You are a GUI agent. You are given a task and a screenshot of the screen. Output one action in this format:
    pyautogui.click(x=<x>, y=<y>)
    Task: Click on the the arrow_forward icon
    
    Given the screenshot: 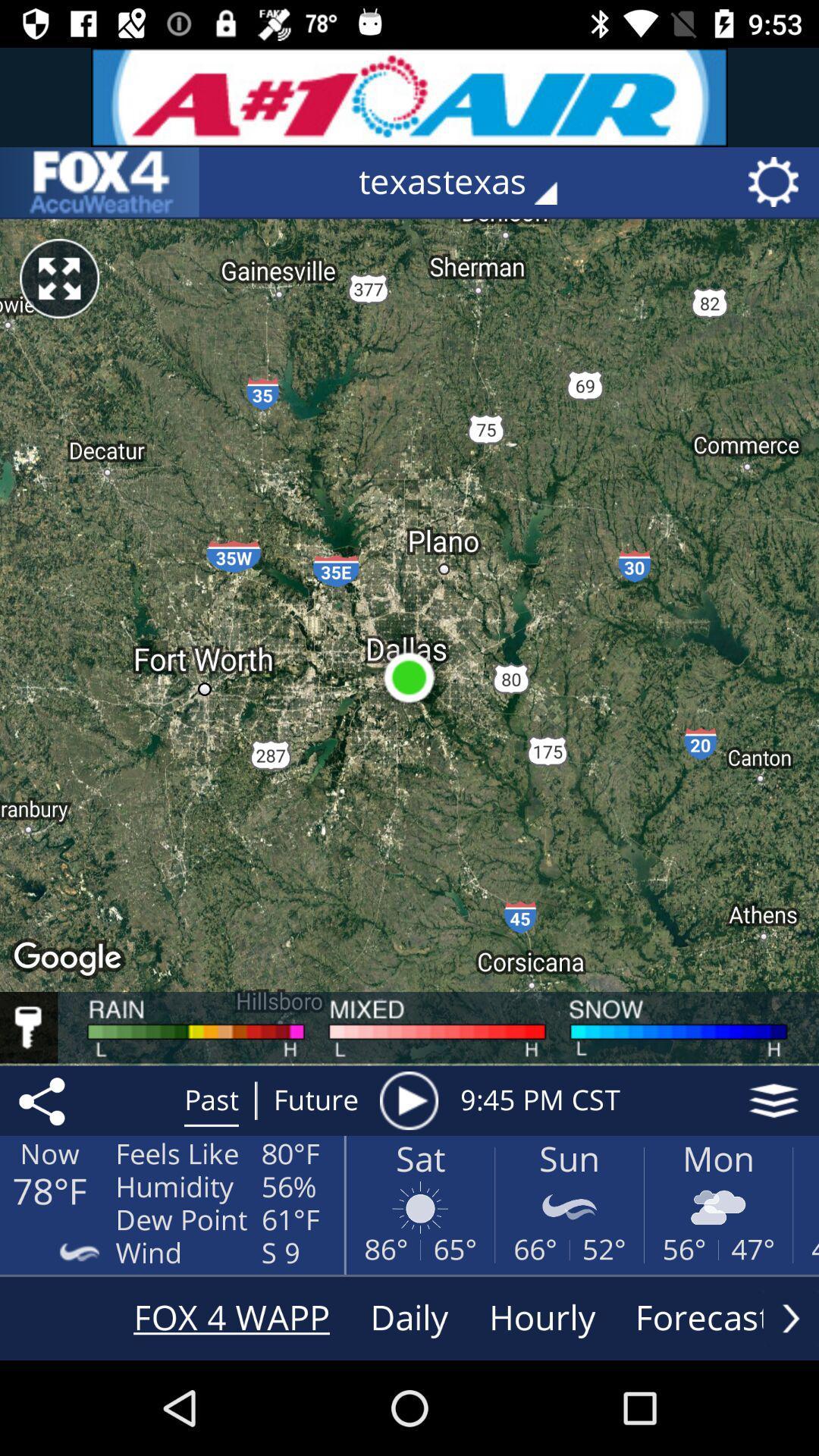 What is the action you would take?
    pyautogui.click(x=790, y=1317)
    